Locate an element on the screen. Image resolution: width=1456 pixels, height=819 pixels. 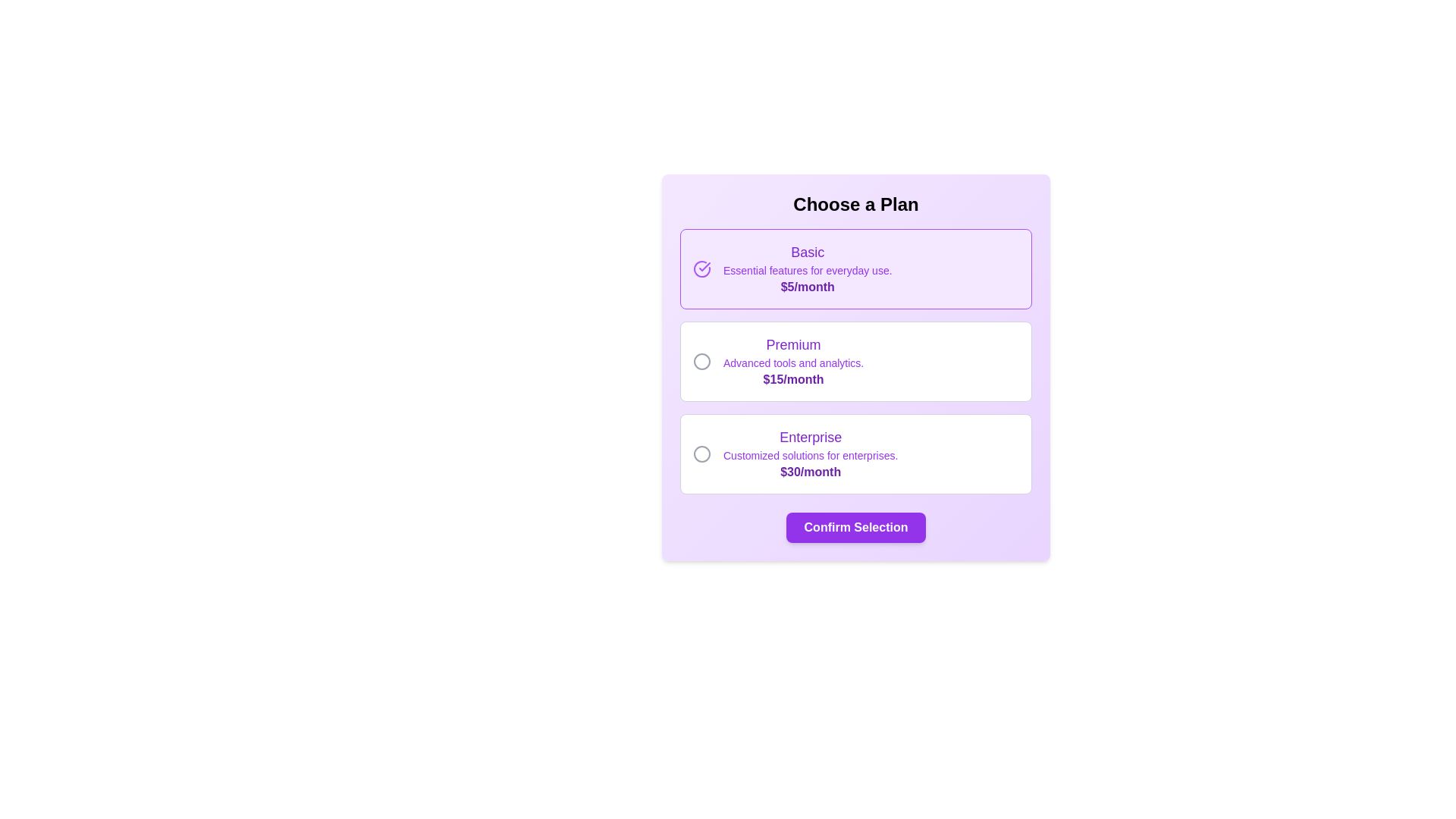
the descriptive text label that provides information about the 'Basic' subscription option, located between the title 'Basic' and the price '$5/month' is located at coordinates (807, 270).